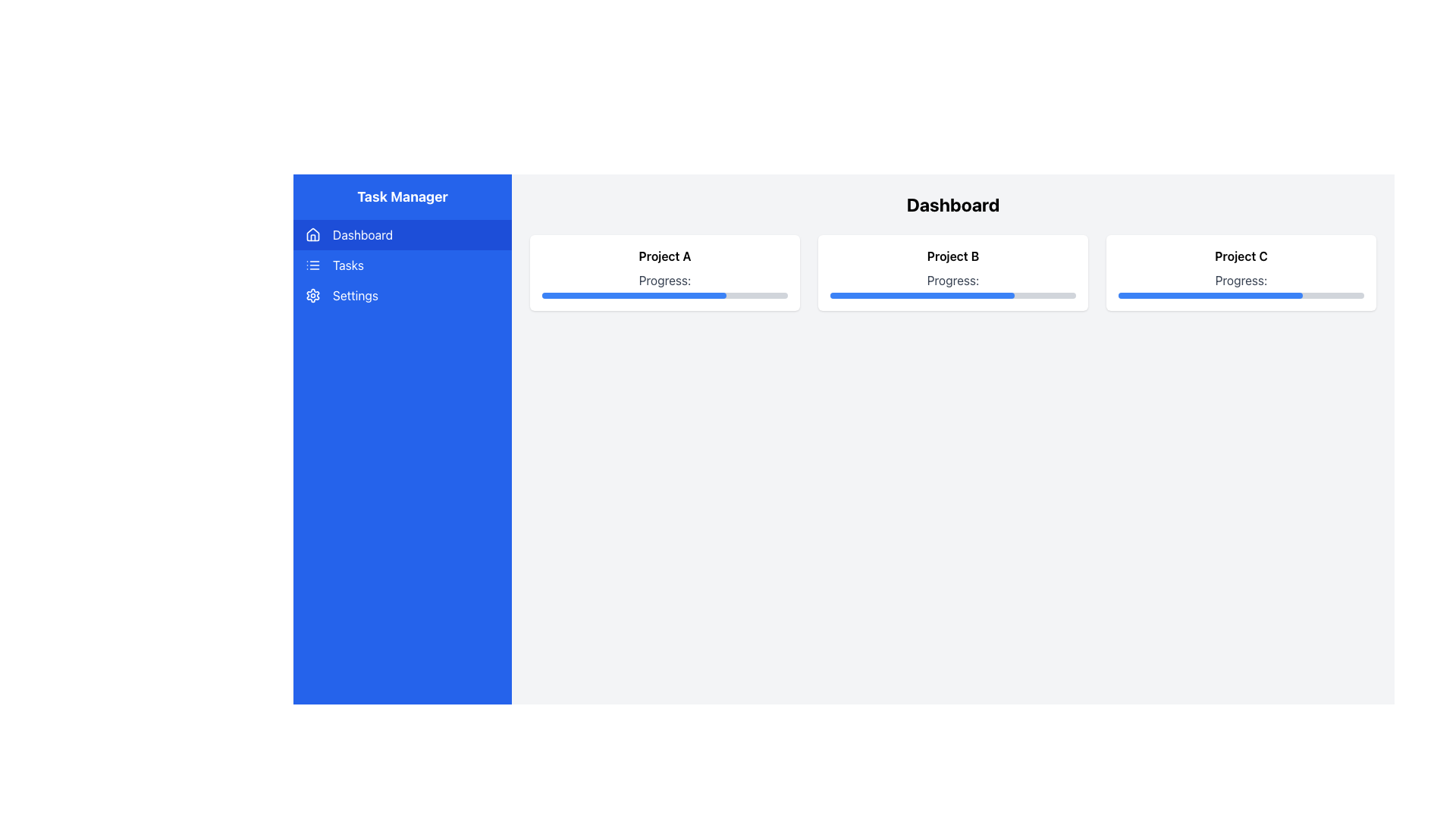 The height and width of the screenshot is (819, 1456). Describe the element at coordinates (312, 234) in the screenshot. I see `the house icon's roof section, which is part of the 'Dashboard' navigation item in the left sidebar` at that location.